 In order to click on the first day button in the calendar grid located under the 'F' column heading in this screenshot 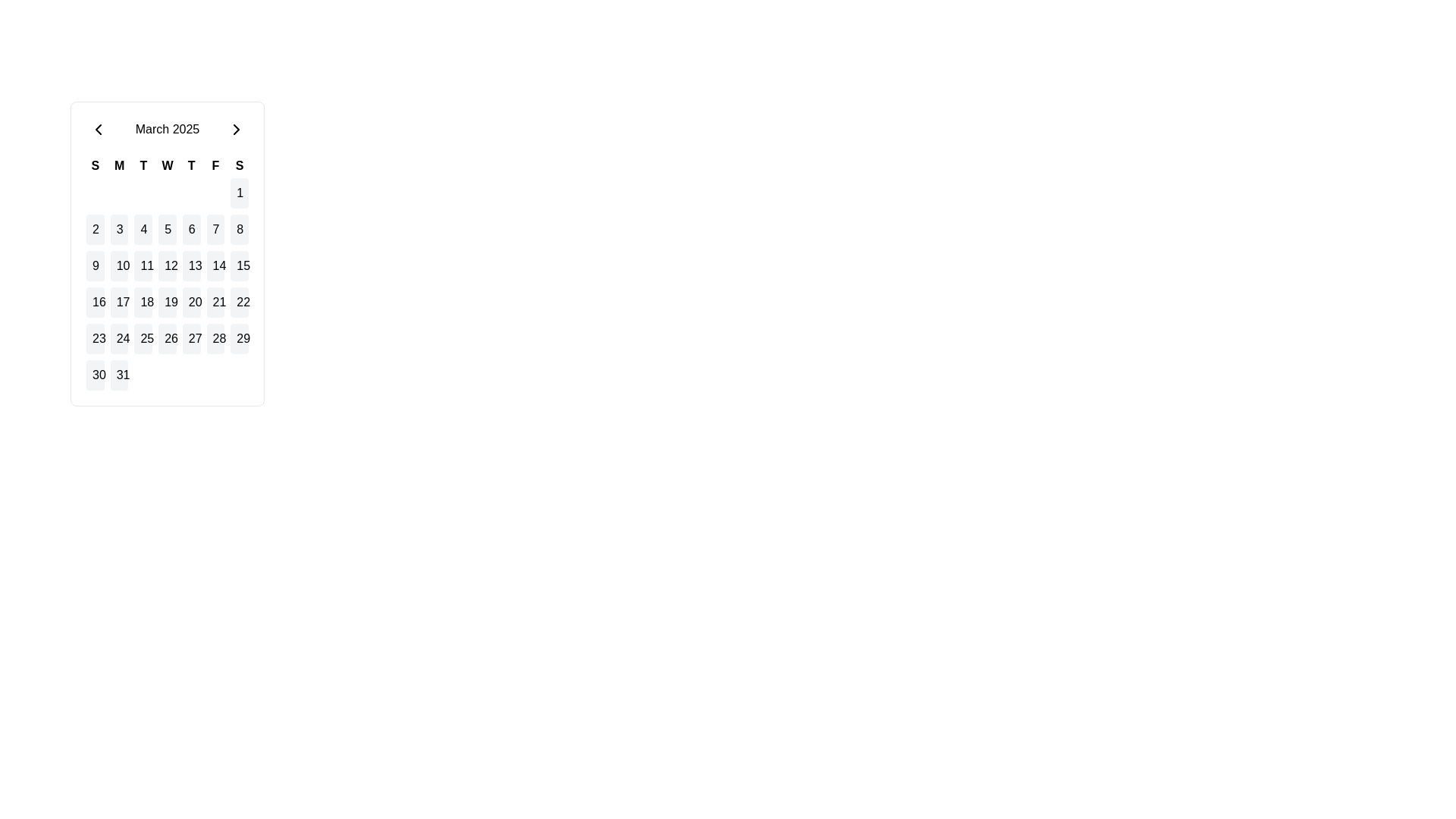, I will do `click(239, 192)`.